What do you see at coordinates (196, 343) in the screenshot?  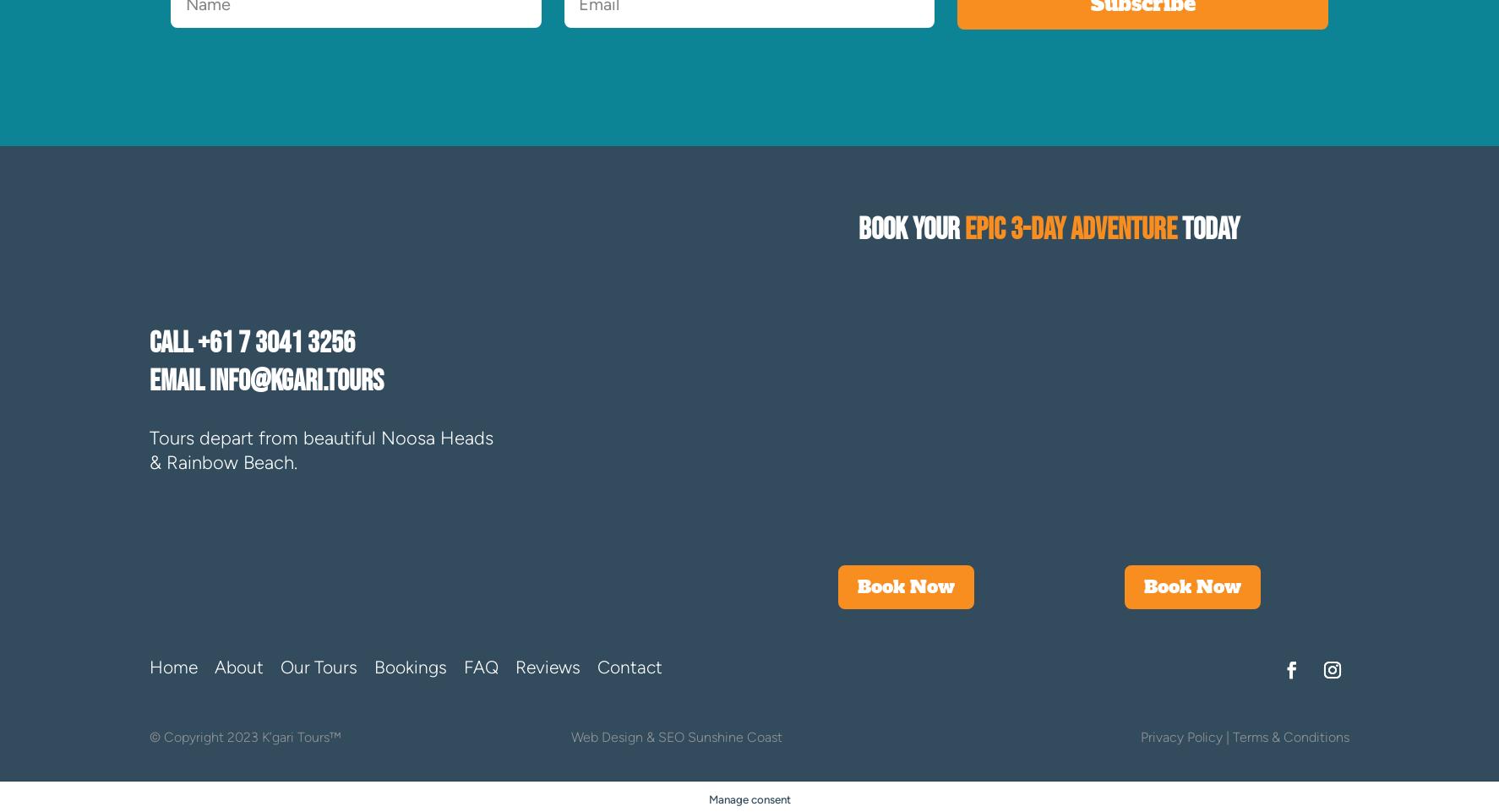 I see `'+61 7 3041 3256'` at bounding box center [196, 343].